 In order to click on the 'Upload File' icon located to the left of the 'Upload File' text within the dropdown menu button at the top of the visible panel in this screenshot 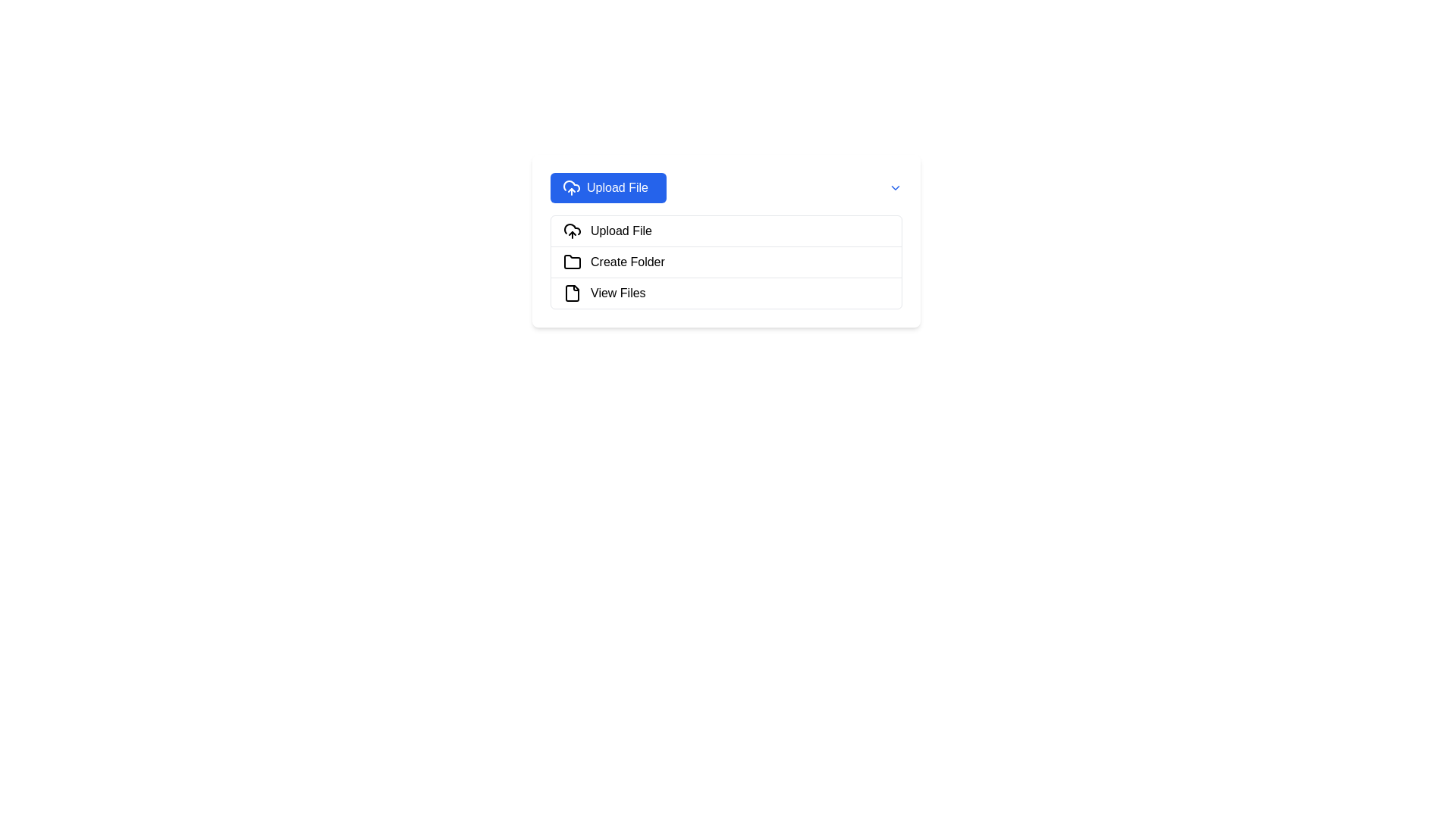, I will do `click(570, 187)`.